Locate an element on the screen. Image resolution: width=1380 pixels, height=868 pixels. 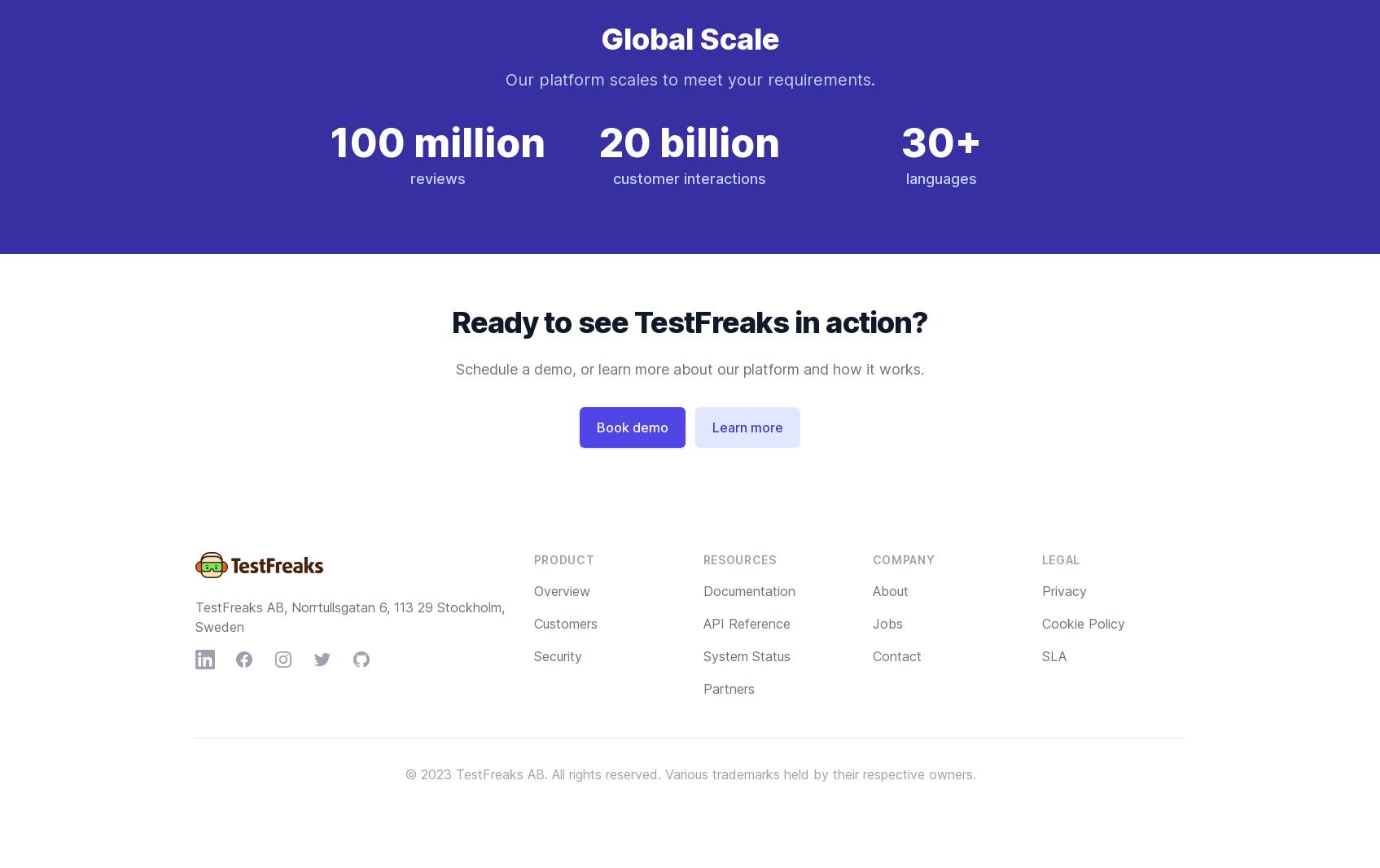
'Security' is located at coordinates (557, 656).